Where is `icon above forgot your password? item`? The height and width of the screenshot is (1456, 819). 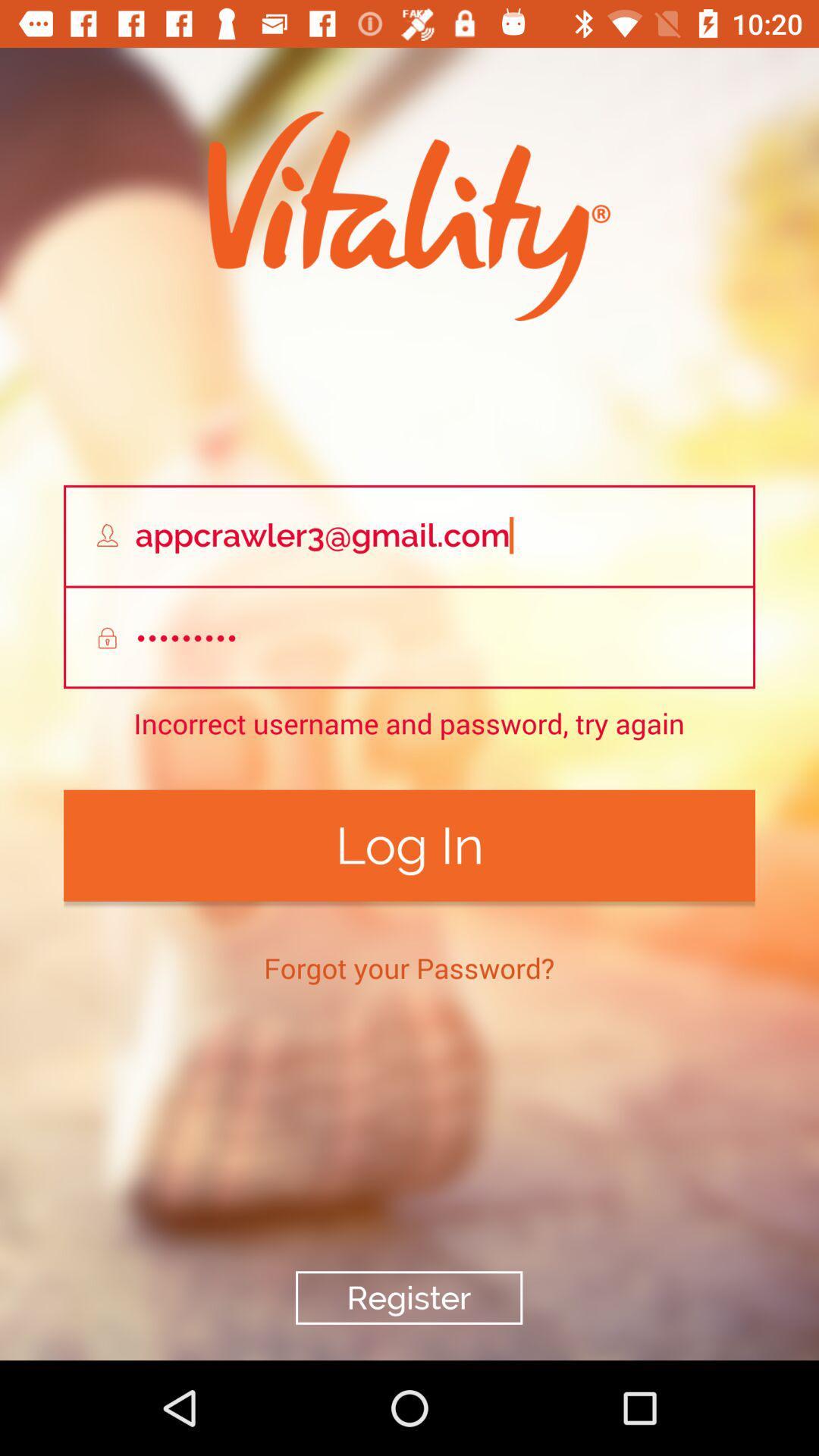
icon above forgot your password? item is located at coordinates (409, 845).